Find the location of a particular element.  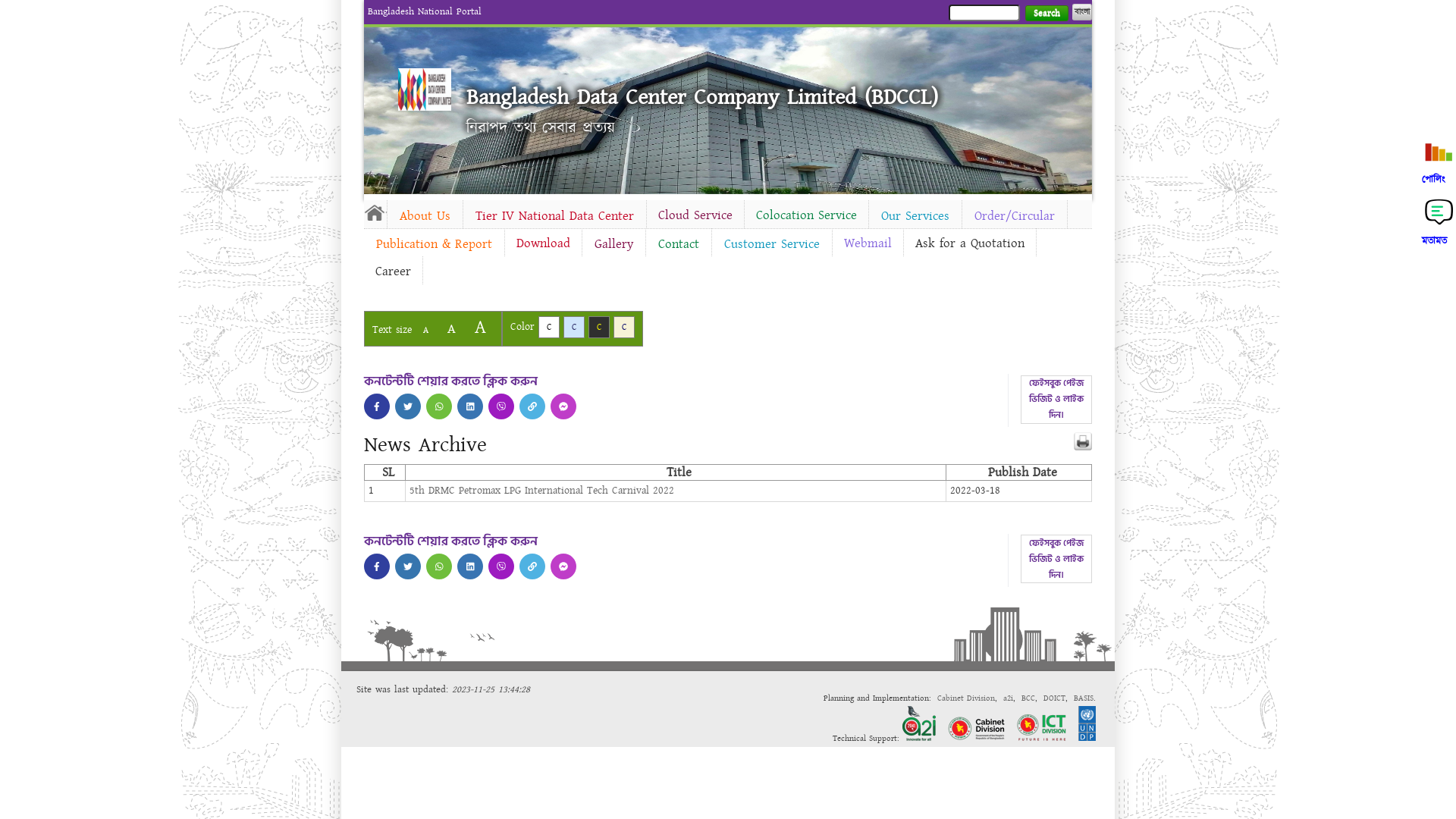

'A' is located at coordinates (450, 328).